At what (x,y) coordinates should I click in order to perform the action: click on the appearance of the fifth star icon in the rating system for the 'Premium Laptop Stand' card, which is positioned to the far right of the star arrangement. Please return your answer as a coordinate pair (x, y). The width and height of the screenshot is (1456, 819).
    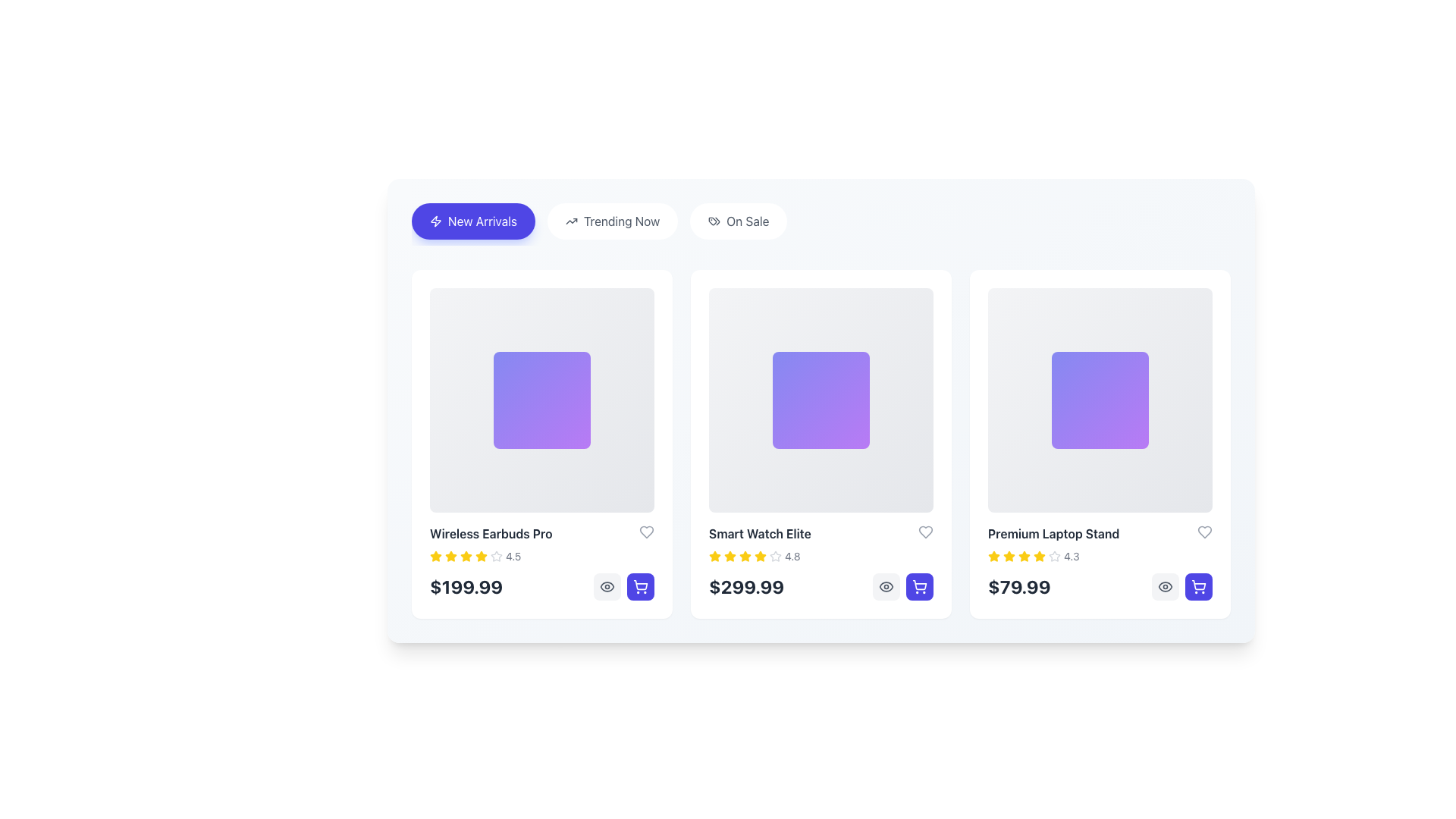
    Looking at the image, I should click on (1054, 556).